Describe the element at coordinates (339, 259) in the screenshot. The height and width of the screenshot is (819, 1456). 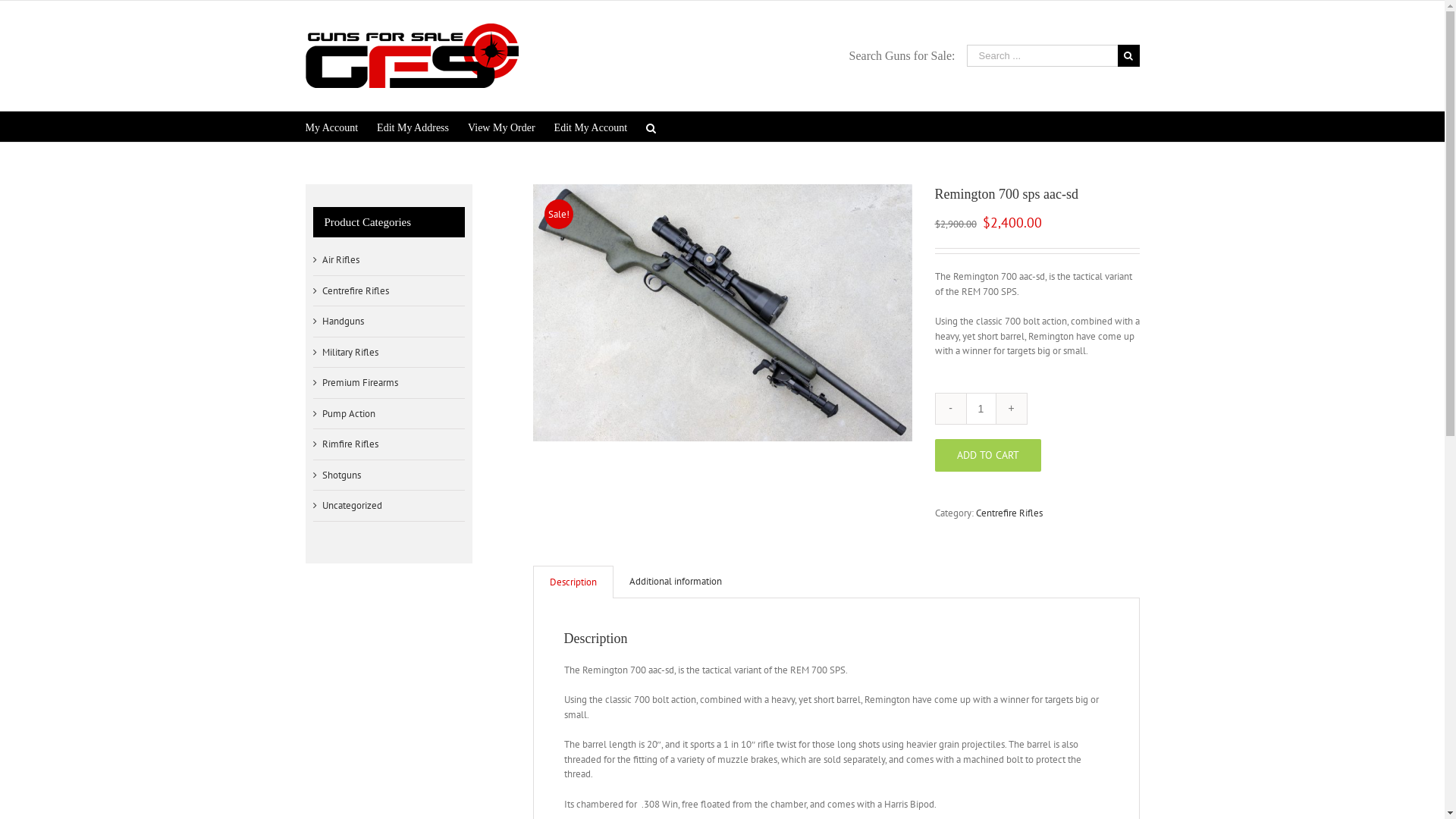
I see `'Air Rifles'` at that location.